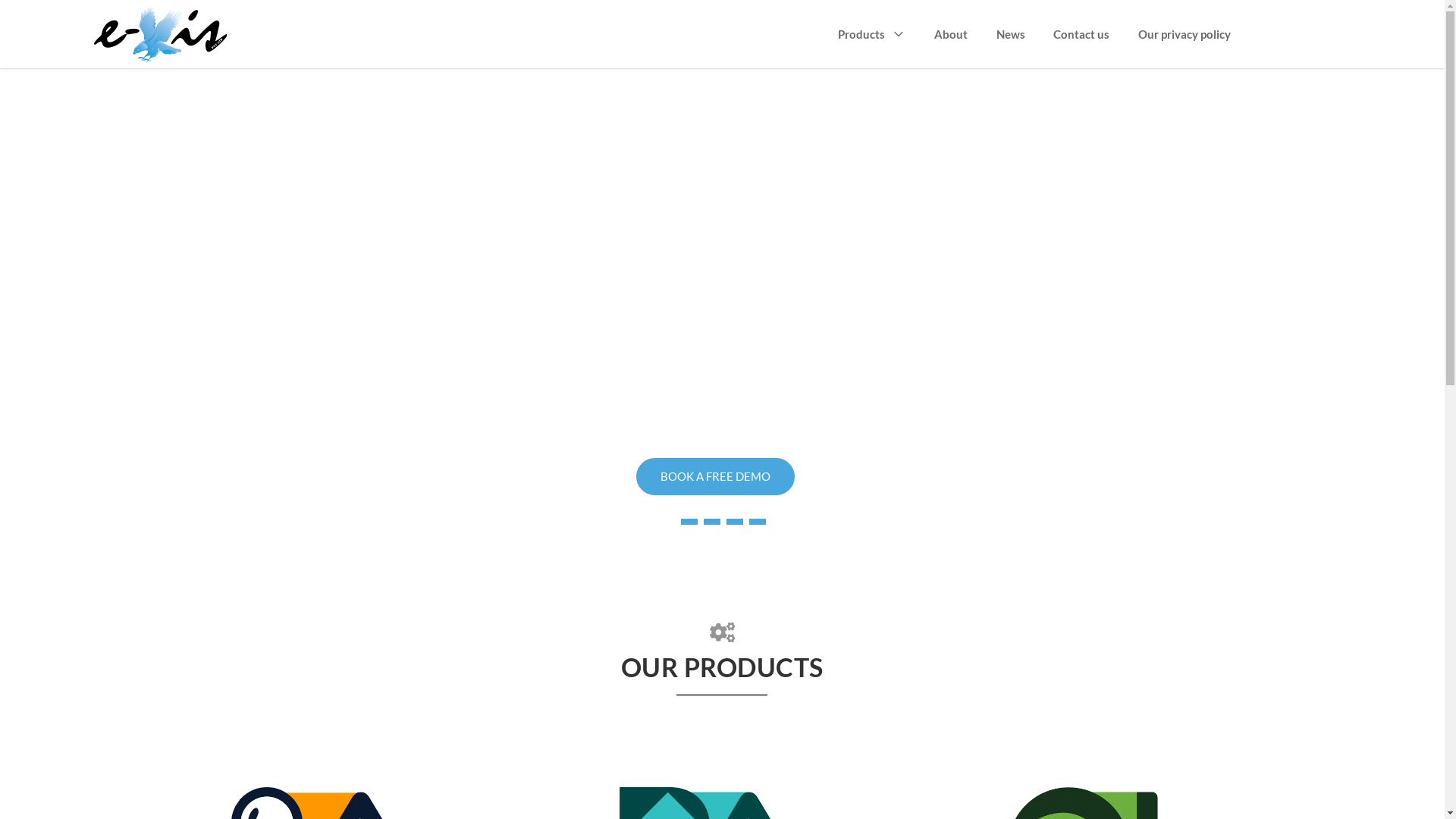 The height and width of the screenshot is (819, 1456). What do you see at coordinates (714, 475) in the screenshot?
I see `'BOOK A FREE DEMO'` at bounding box center [714, 475].